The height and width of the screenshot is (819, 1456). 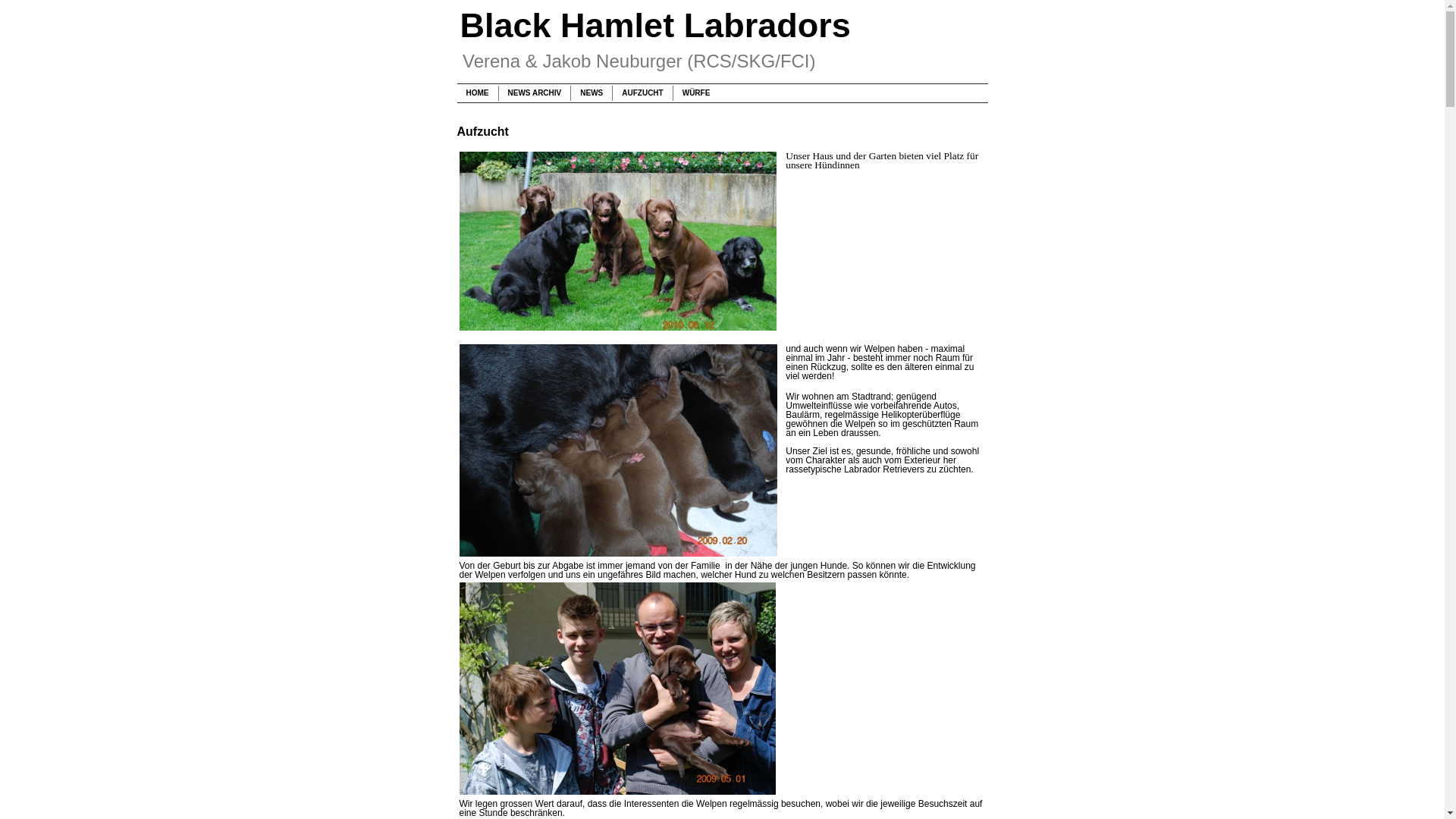 What do you see at coordinates (535, 93) in the screenshot?
I see `'NEWS ARCHIV'` at bounding box center [535, 93].